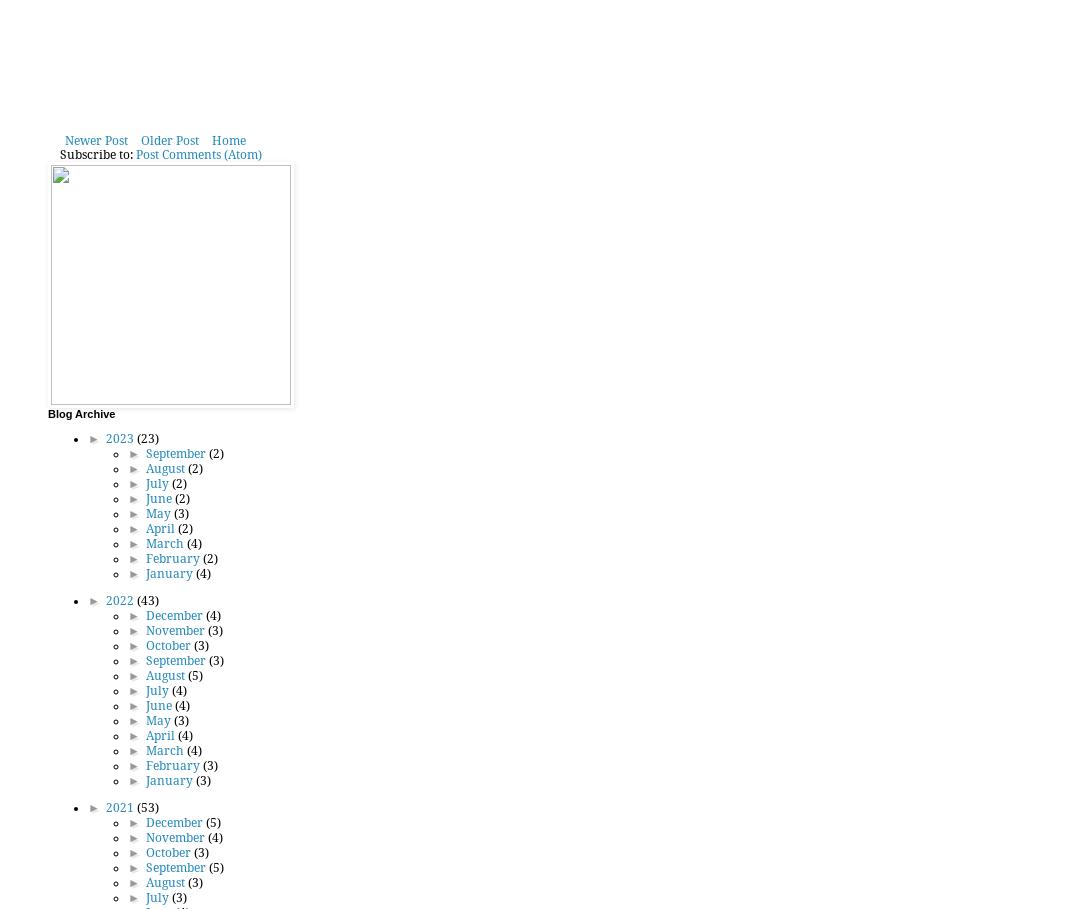  I want to click on '(53)', so click(145, 808).